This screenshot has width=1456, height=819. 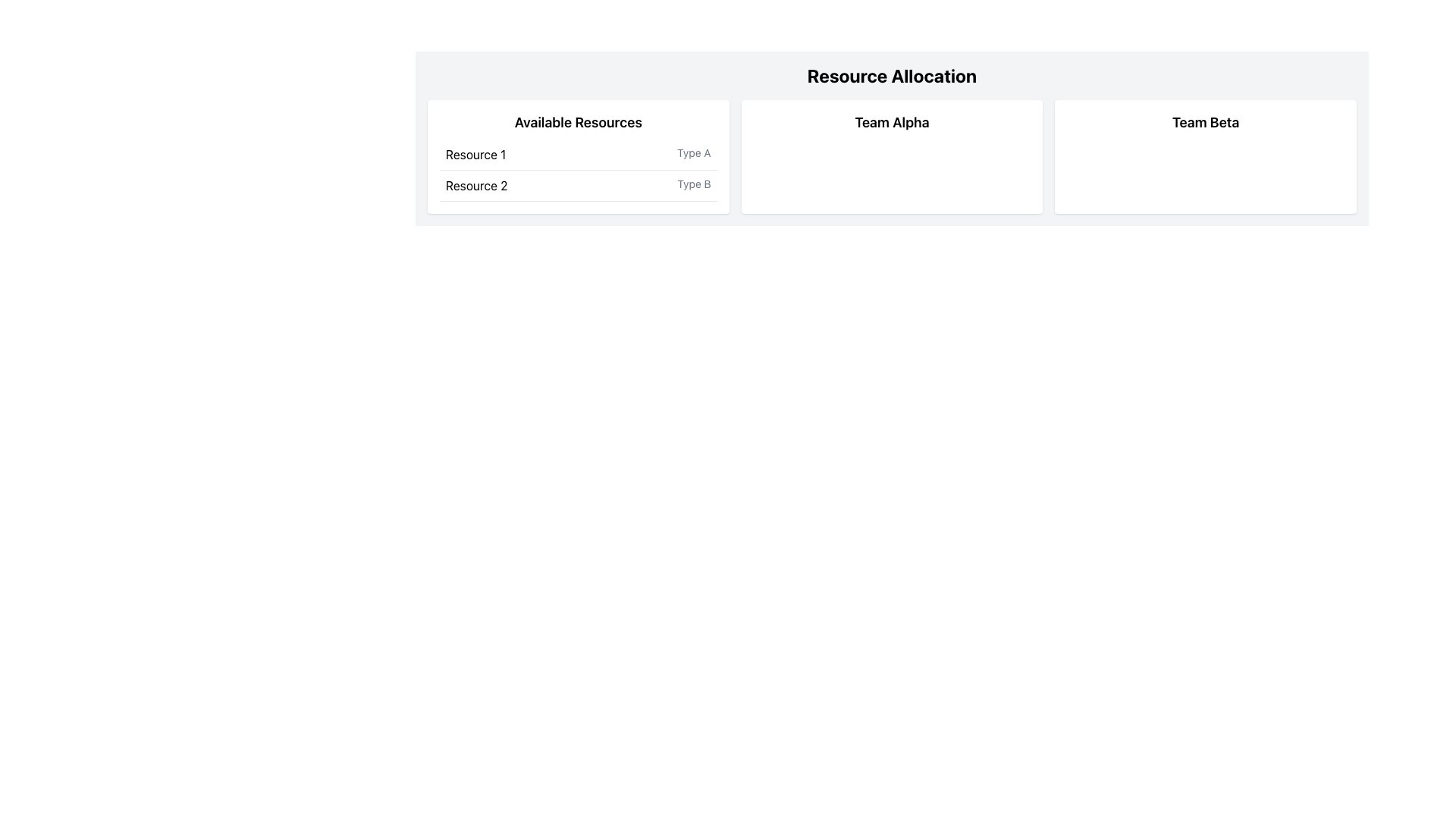 What do you see at coordinates (1205, 122) in the screenshot?
I see `text label 'Team Beta' which is bold and prominently displayed at the center of the rightmost card under the header 'Resource Allocation'` at bounding box center [1205, 122].